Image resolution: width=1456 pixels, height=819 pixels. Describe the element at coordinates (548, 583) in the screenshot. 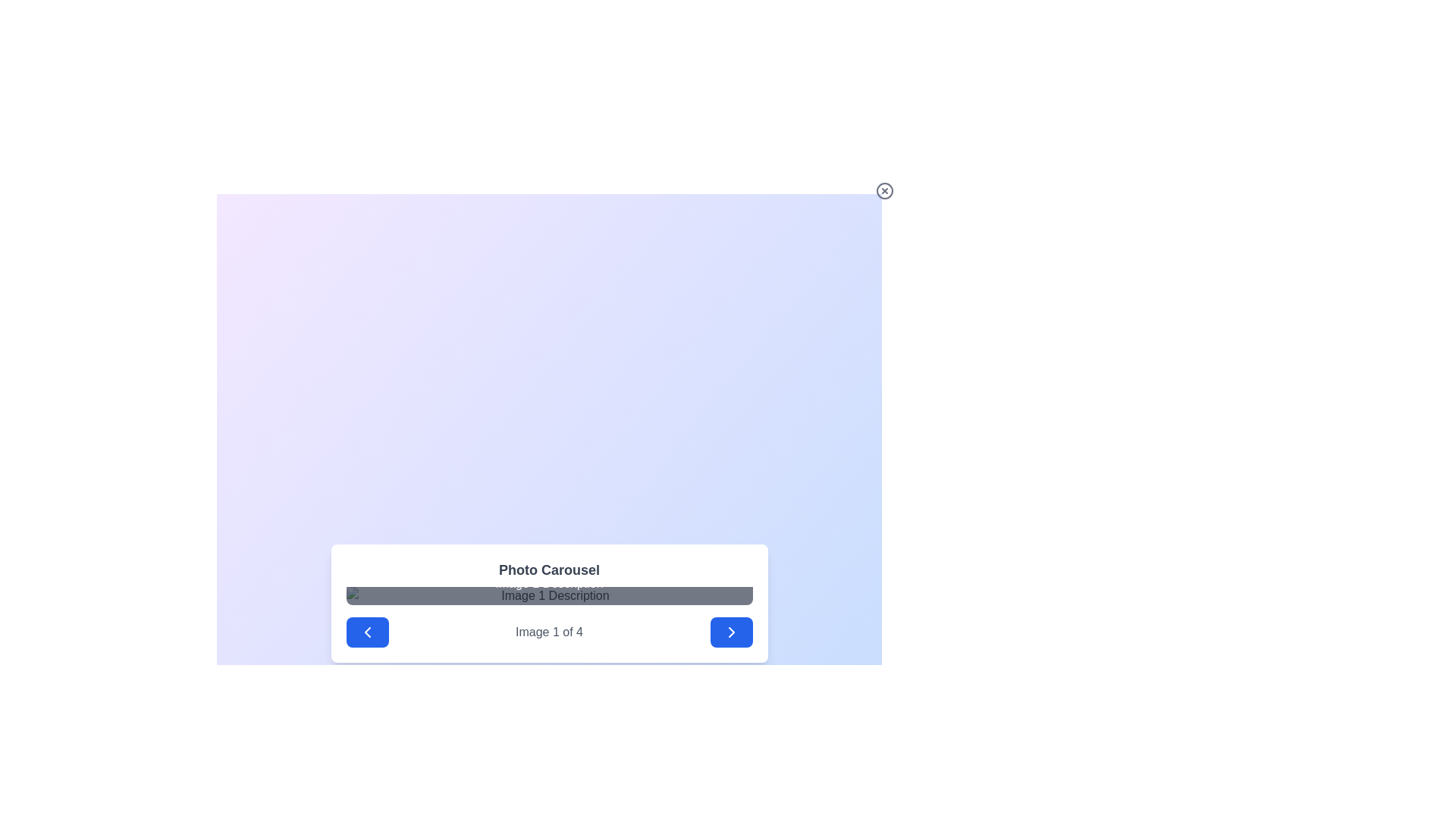

I see `text label with background overlay providing context for the displayed image in the photo carousel, located at the bottom of the image display area` at that location.